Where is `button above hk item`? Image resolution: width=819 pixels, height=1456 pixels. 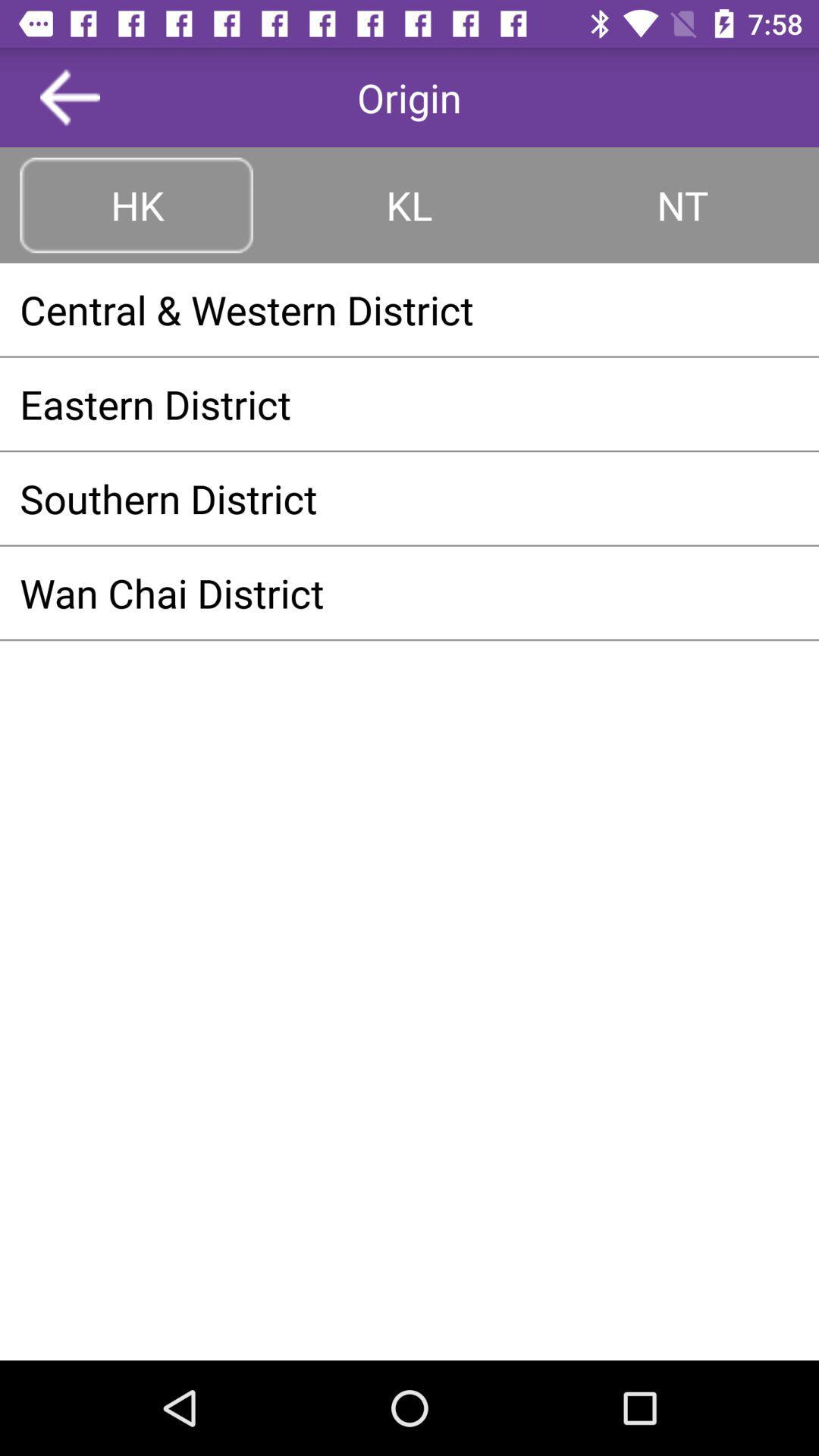 button above hk item is located at coordinates (70, 96).